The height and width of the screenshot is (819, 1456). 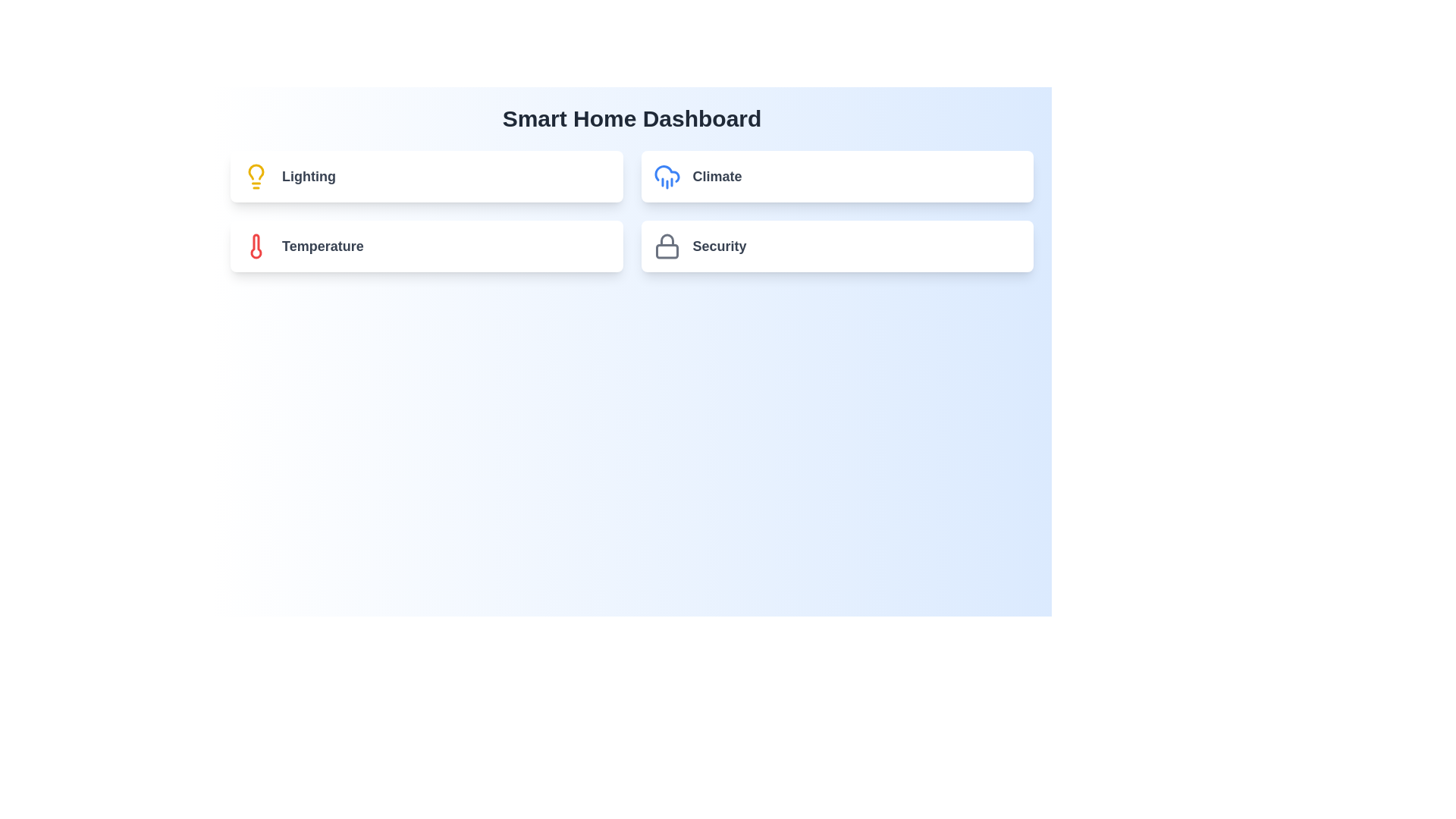 What do you see at coordinates (308, 175) in the screenshot?
I see `text label displaying 'Lighting', which is styled in a bold gray font and located within a white card with rounded corners, positioned in the upper left quadrant of the interface` at bounding box center [308, 175].